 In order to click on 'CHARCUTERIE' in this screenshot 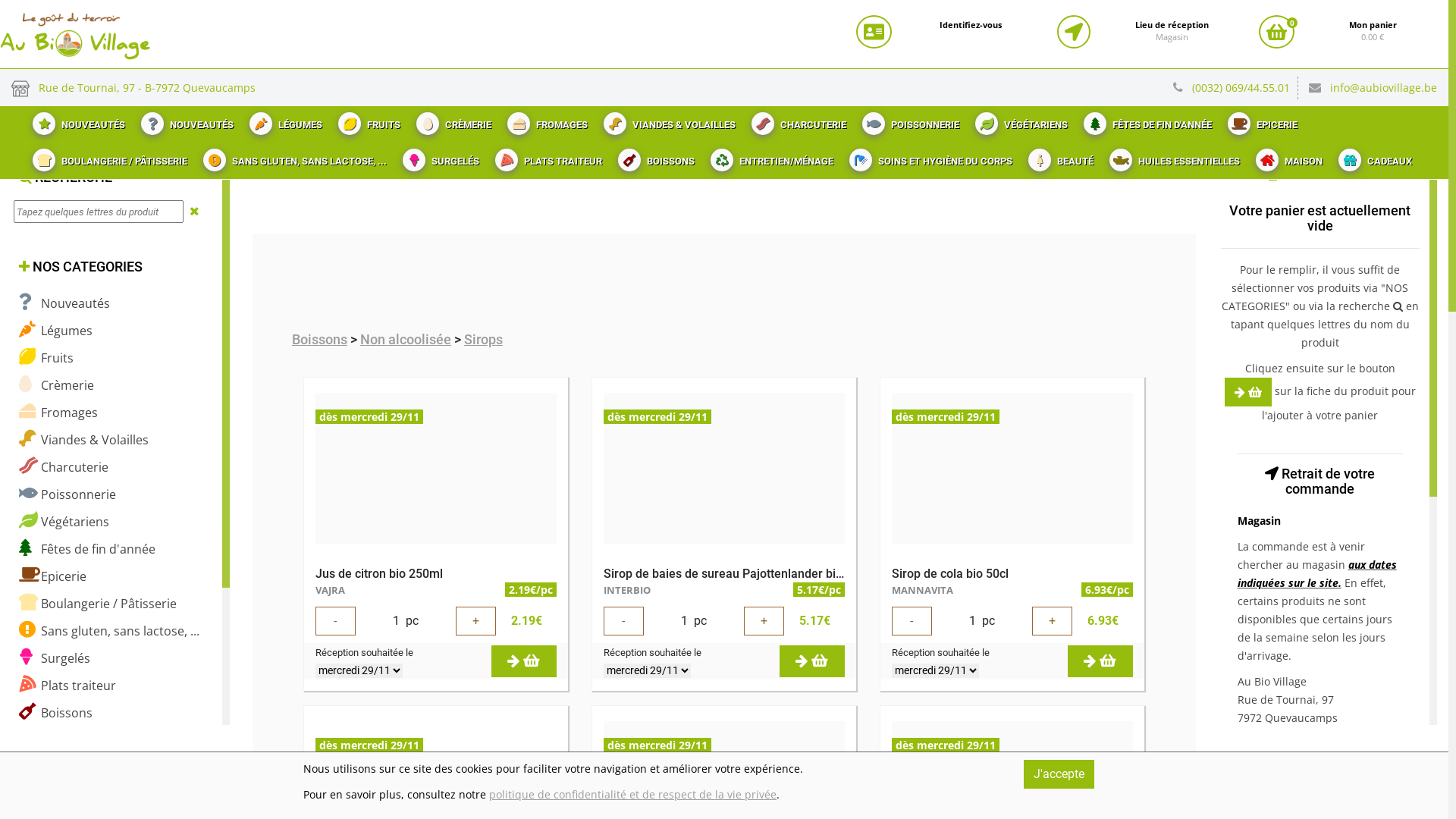, I will do `click(796, 119)`.